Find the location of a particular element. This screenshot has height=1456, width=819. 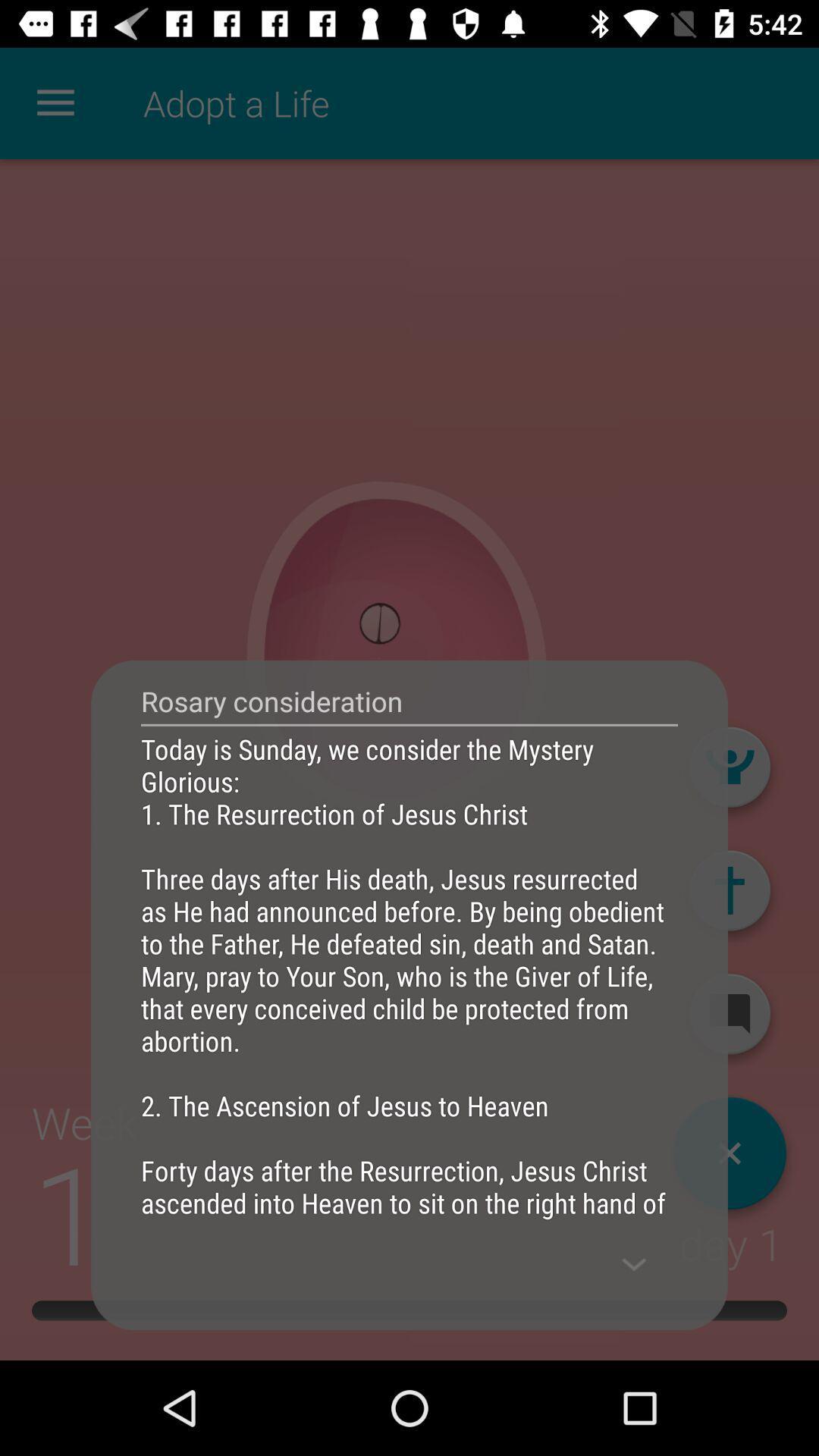

item at the bottom right corner is located at coordinates (634, 1264).